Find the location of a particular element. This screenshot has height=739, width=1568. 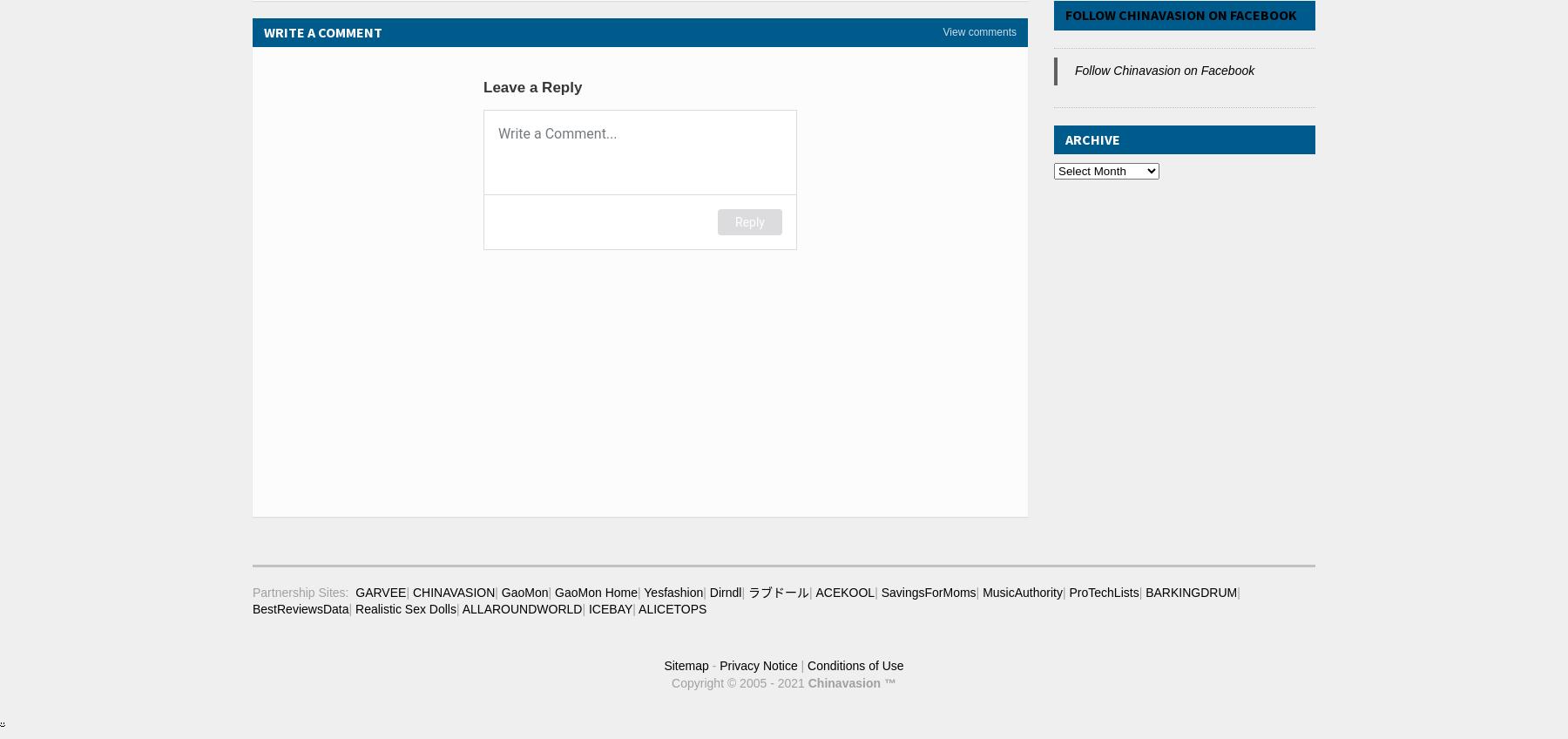

'GaoMon' is located at coordinates (524, 590).